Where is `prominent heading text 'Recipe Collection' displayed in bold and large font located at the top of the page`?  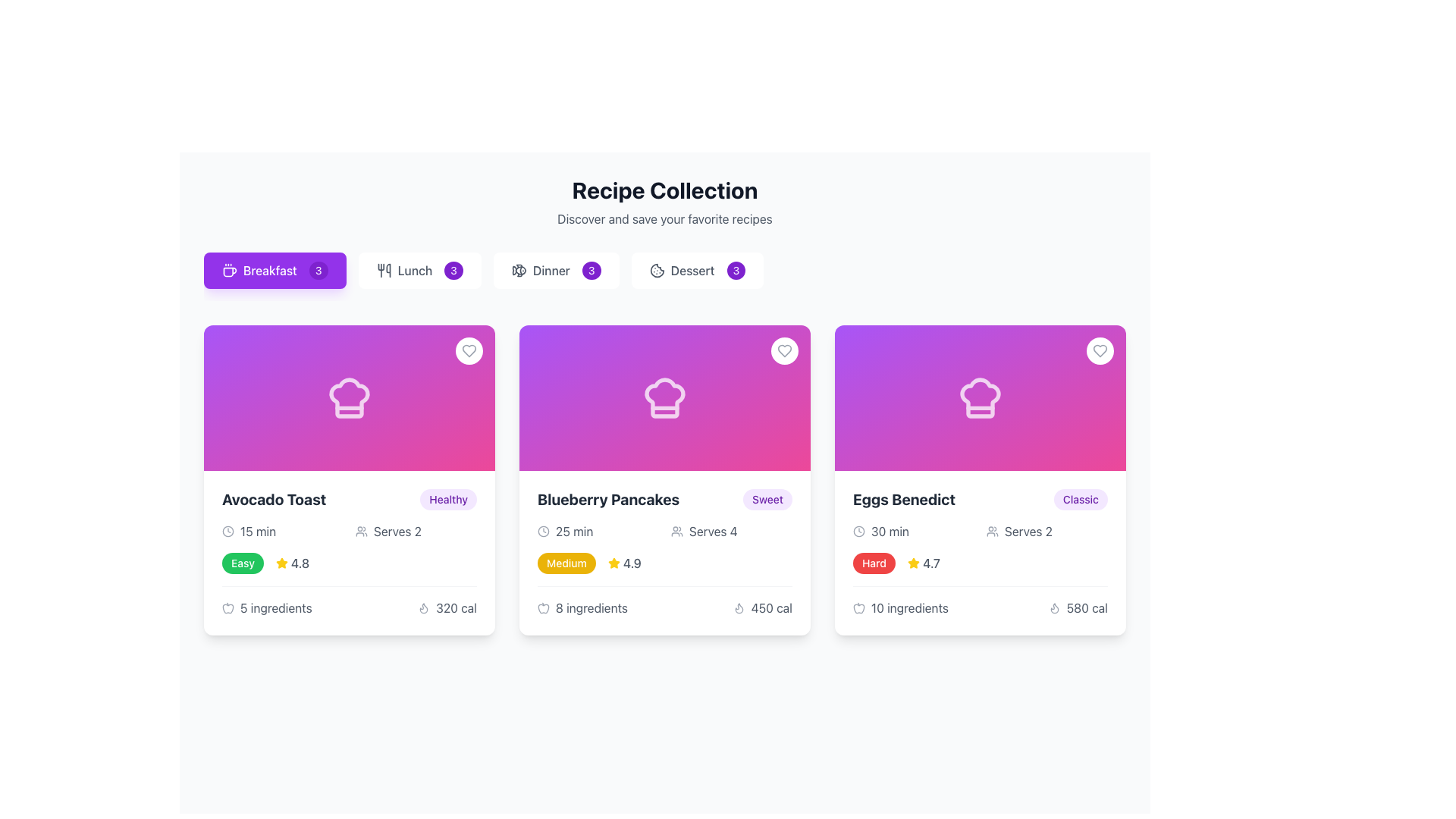 prominent heading text 'Recipe Collection' displayed in bold and large font located at the top of the page is located at coordinates (665, 189).